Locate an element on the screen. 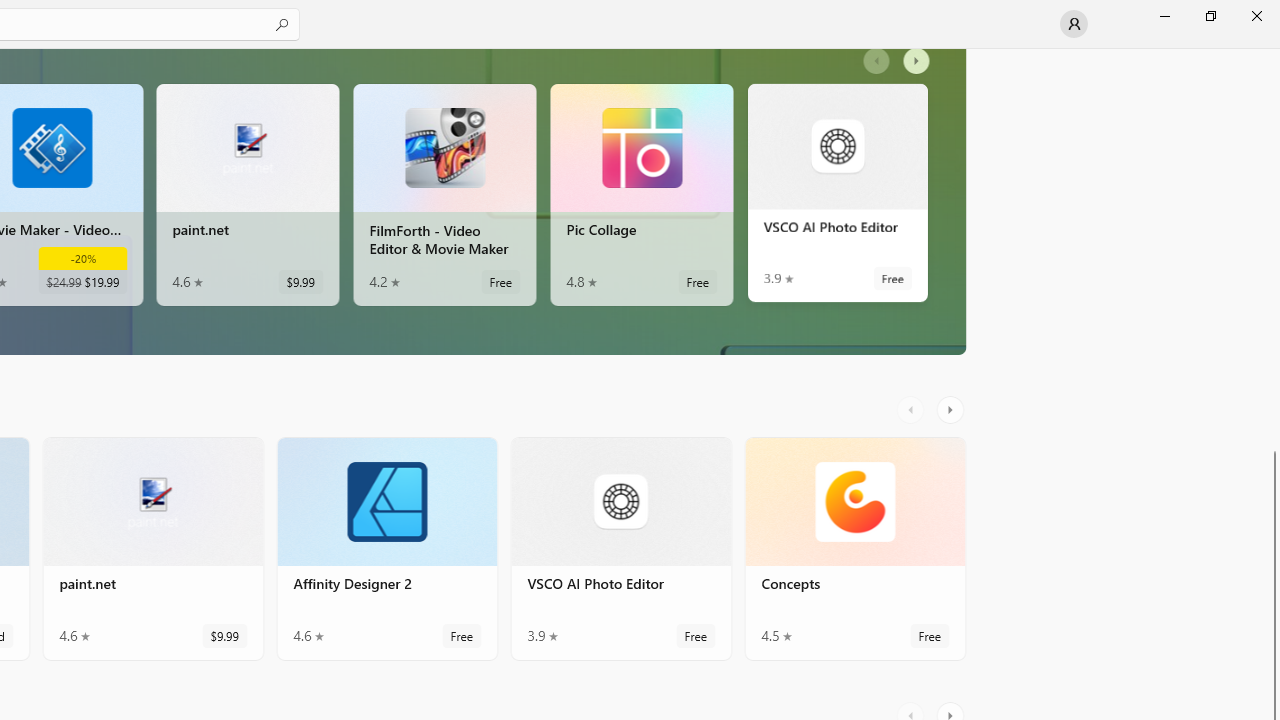 Image resolution: width=1280 pixels, height=720 pixels. 'Concepts. Average rating of 4.5 out of five stars. Free  ' is located at coordinates (855, 549).